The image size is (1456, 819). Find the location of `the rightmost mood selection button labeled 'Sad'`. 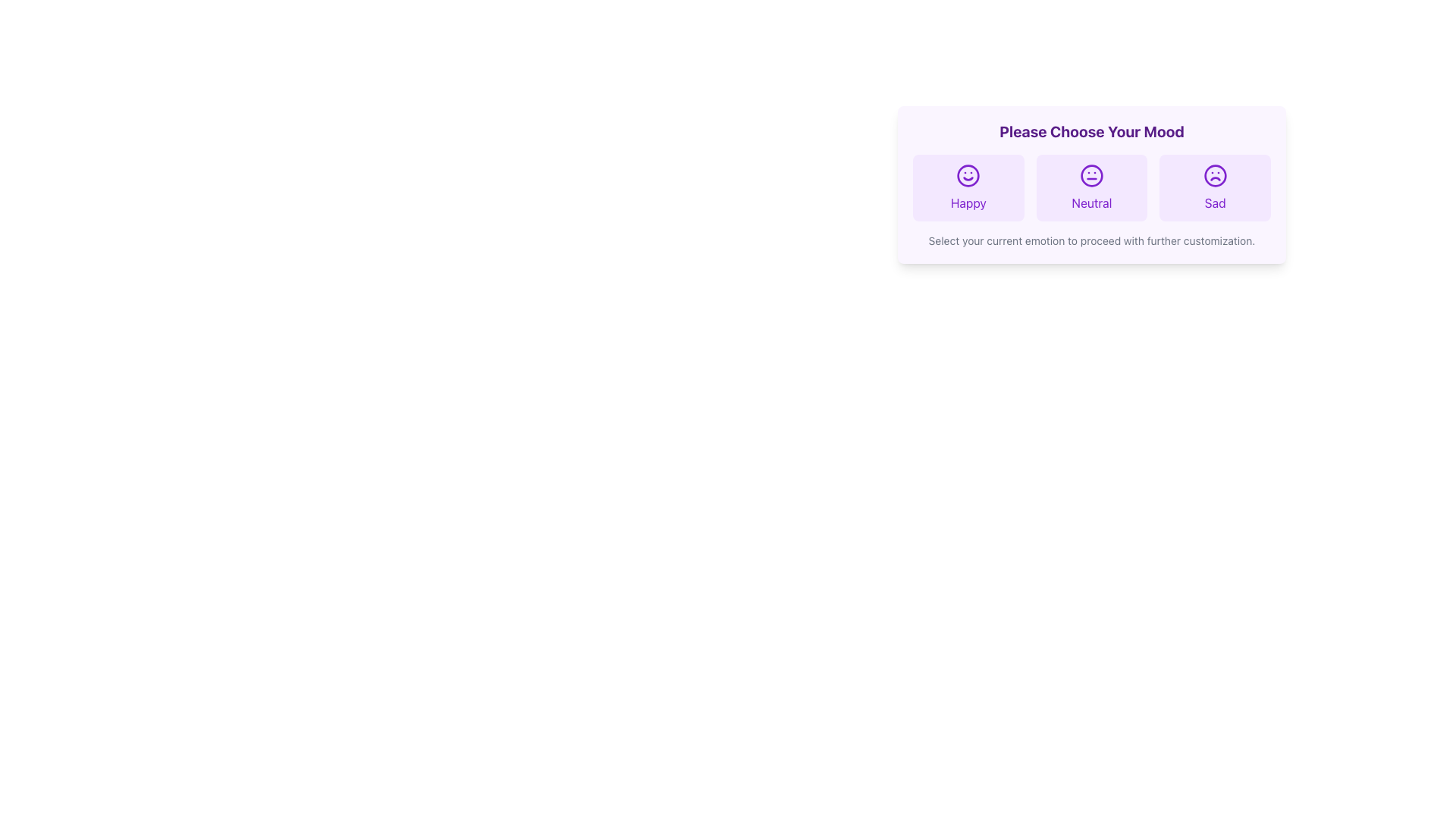

the rightmost mood selection button labeled 'Sad' is located at coordinates (1215, 187).